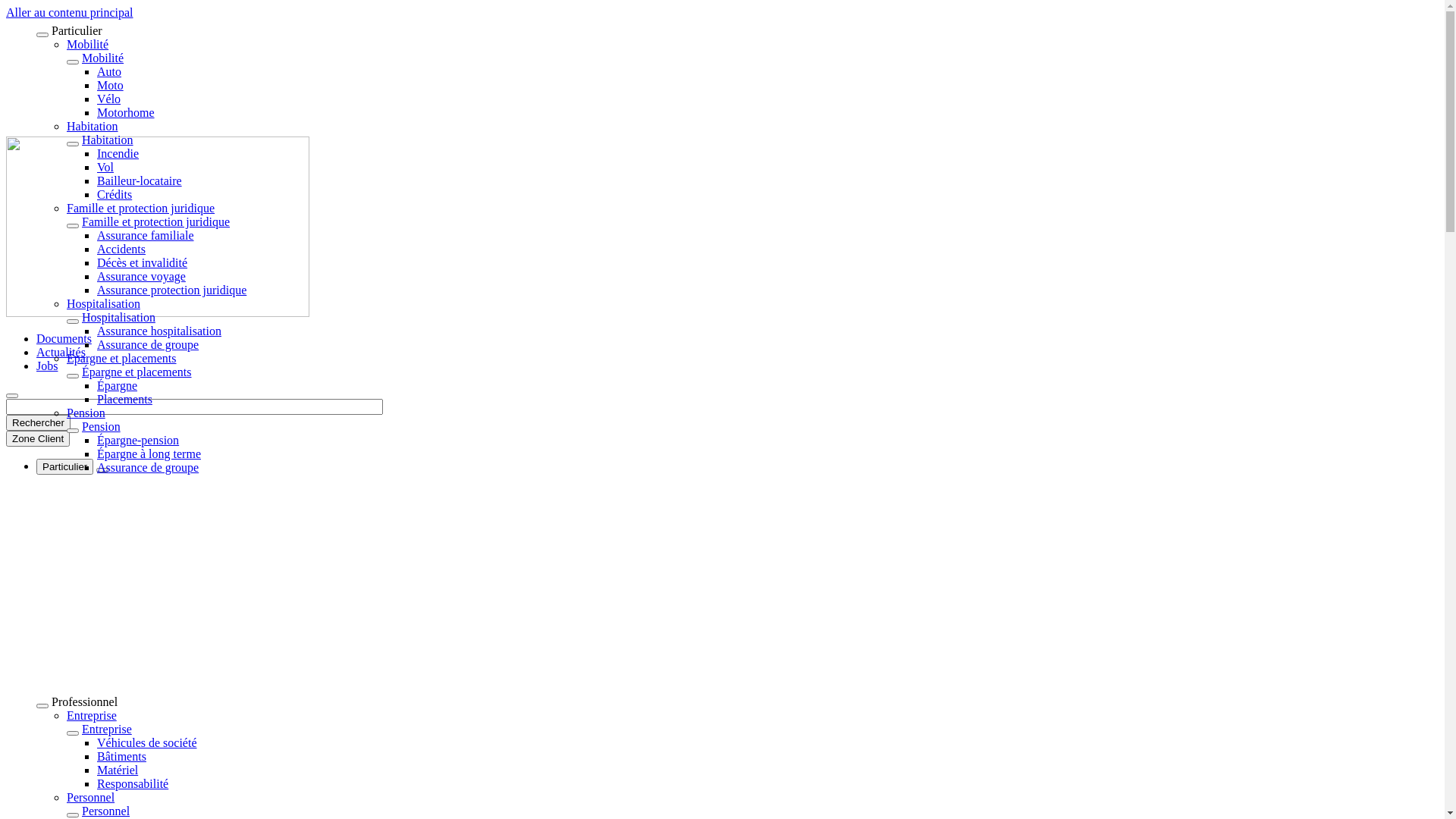  I want to click on 'Assurance de groupe', so click(96, 344).